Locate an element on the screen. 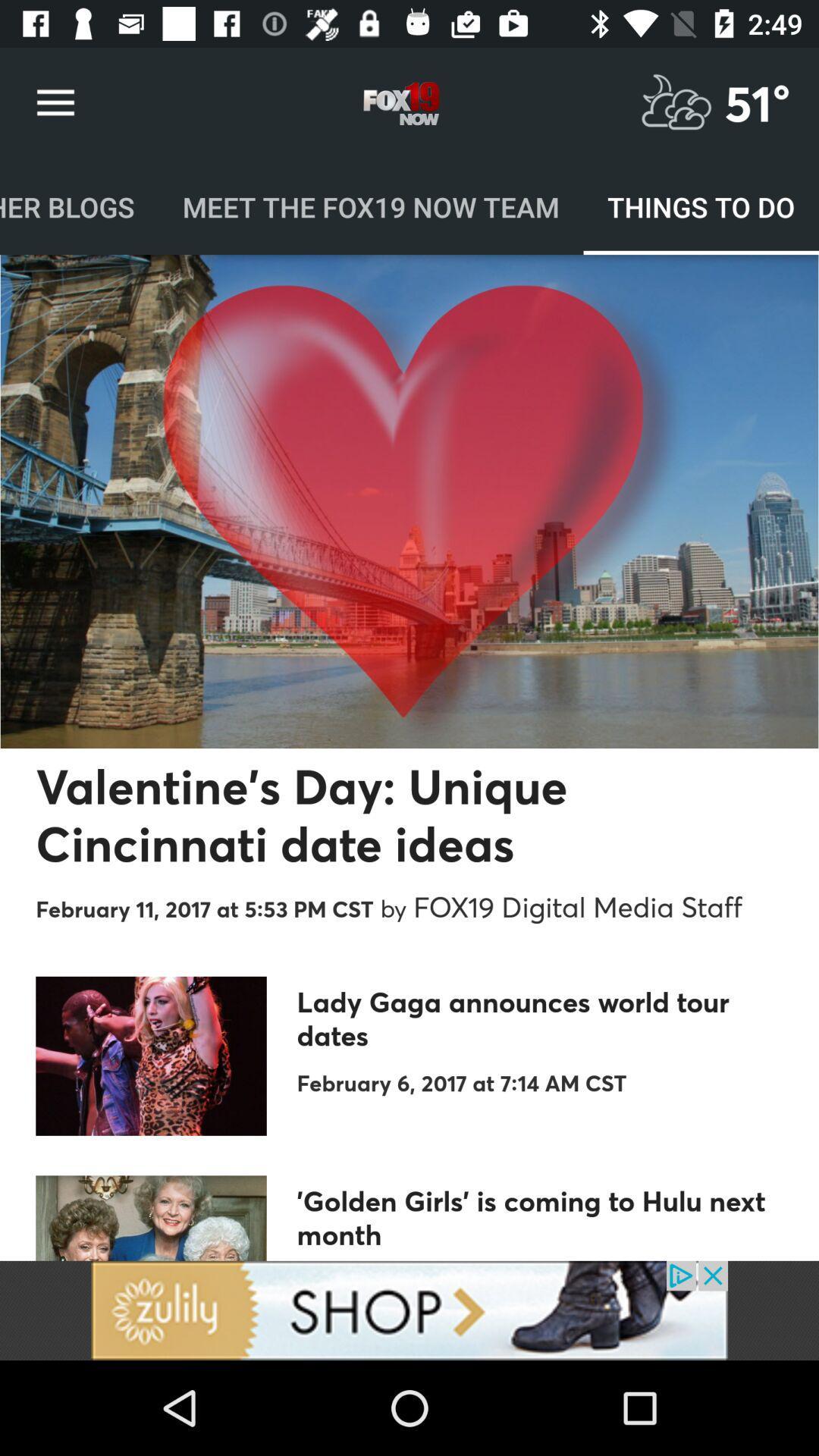 The image size is (819, 1456). advertisement link is located at coordinates (409, 1310).